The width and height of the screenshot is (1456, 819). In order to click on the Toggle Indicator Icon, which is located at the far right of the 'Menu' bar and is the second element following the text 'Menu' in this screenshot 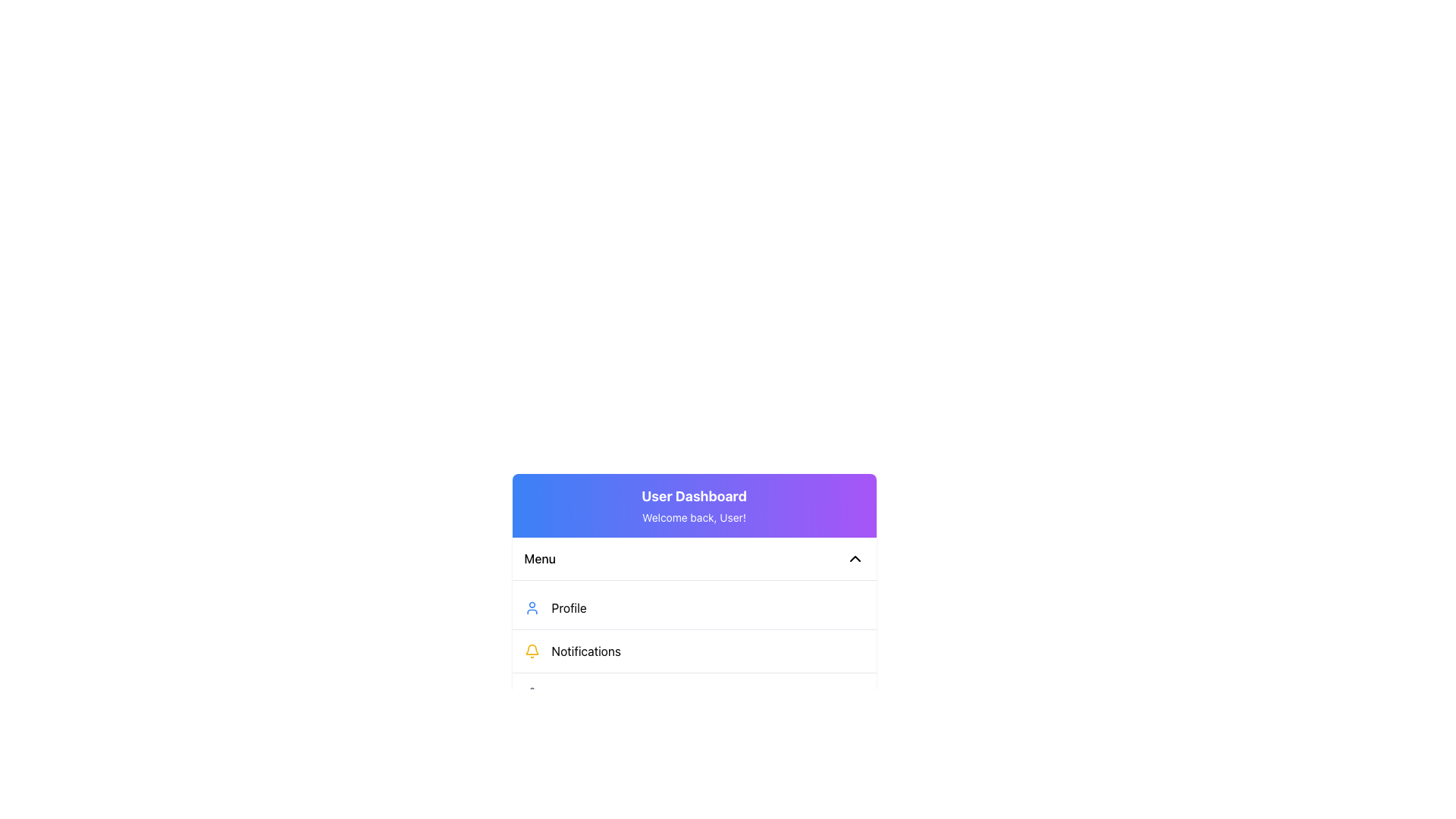, I will do `click(855, 558)`.